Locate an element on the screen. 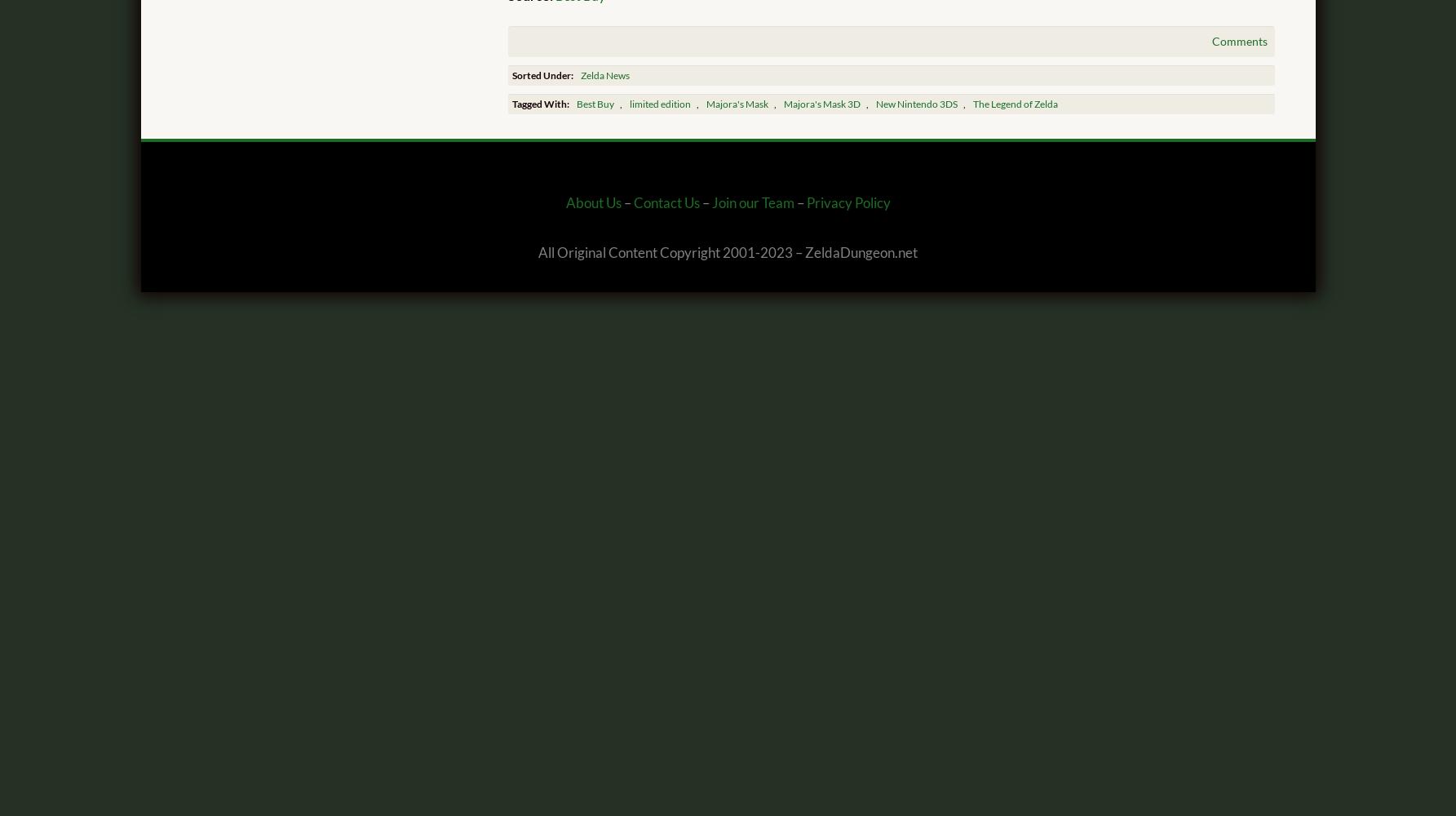 The width and height of the screenshot is (1456, 816). 'limited edition' is located at coordinates (659, 104).